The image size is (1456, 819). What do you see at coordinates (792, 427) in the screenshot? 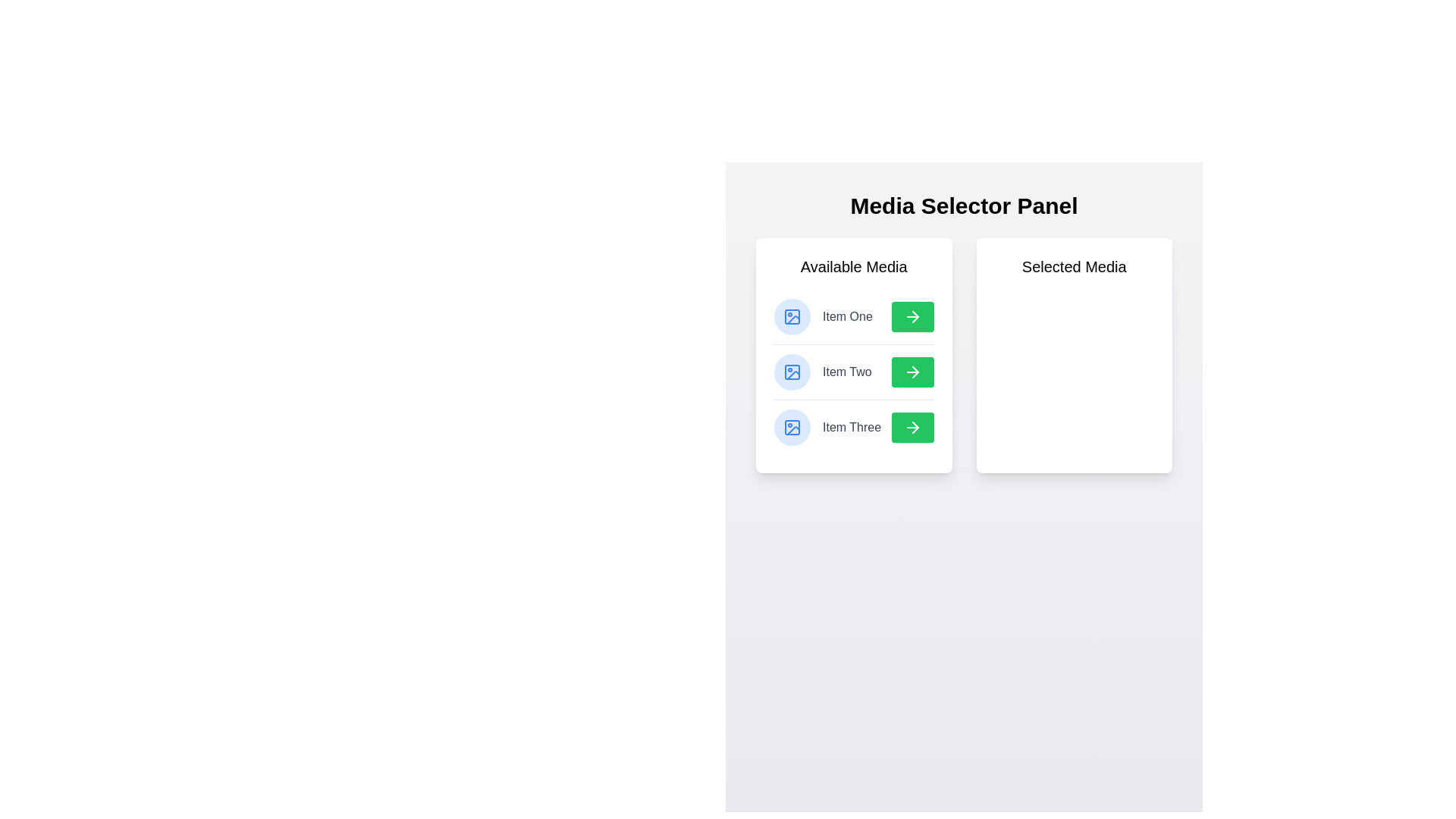
I see `the SVG-based graphical icon for 'Item Three' located in the 'Available Media' section, which is represented by a circular blue background` at bounding box center [792, 427].